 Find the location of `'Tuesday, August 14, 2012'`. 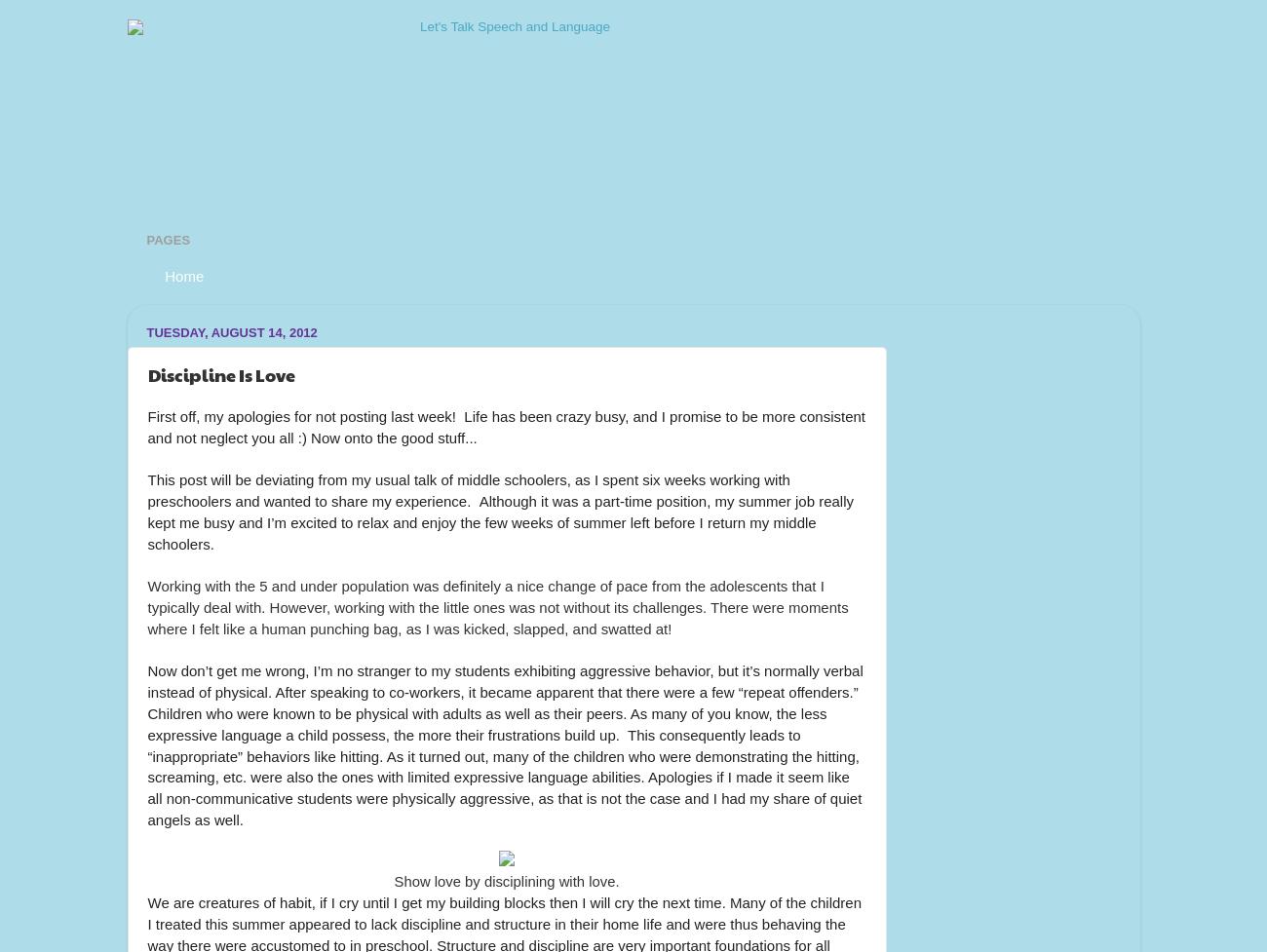

'Tuesday, August 14, 2012' is located at coordinates (230, 332).